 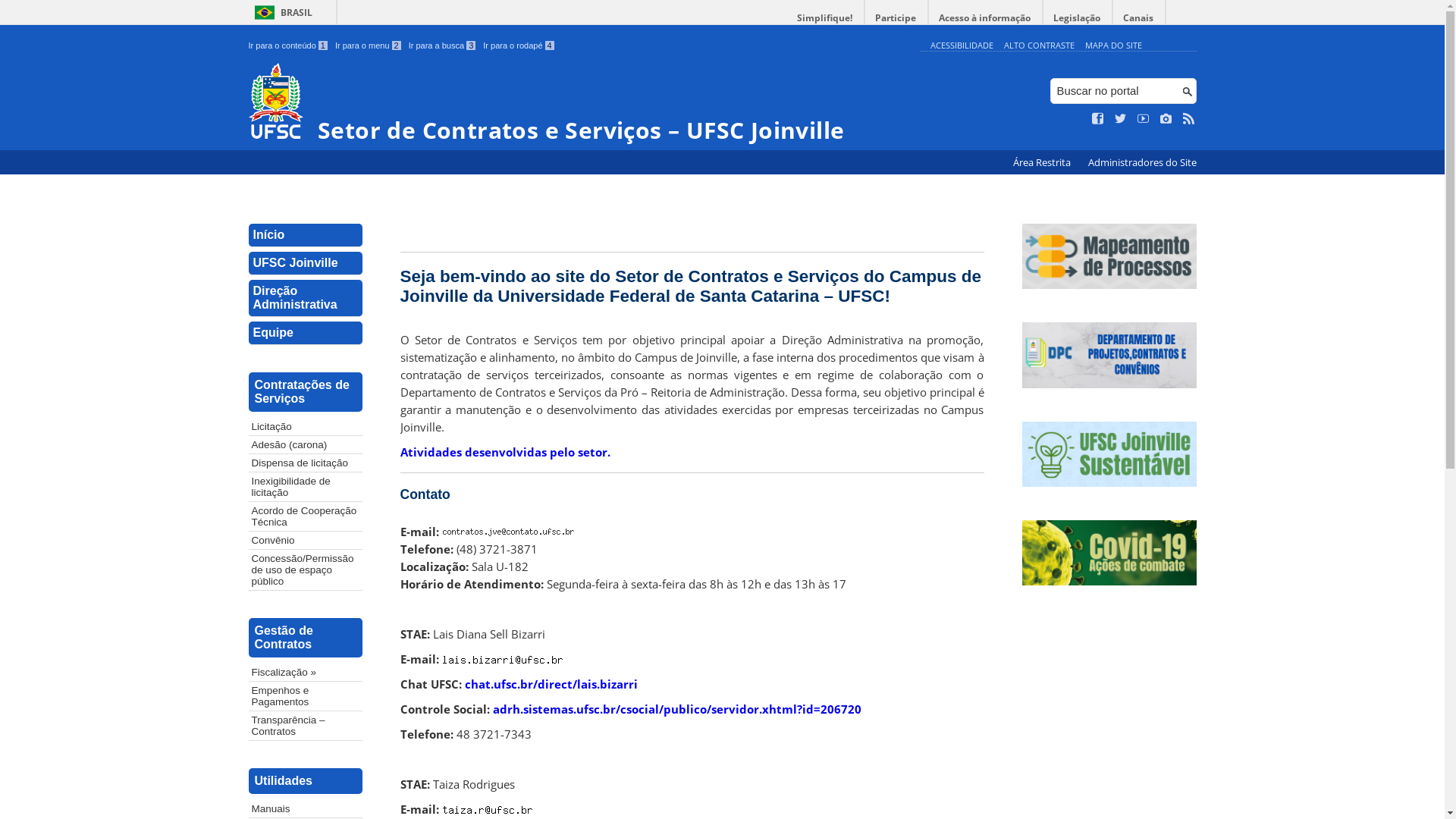 I want to click on 'chat.ufsc.br/direct/lais.bizarri', so click(x=549, y=684).